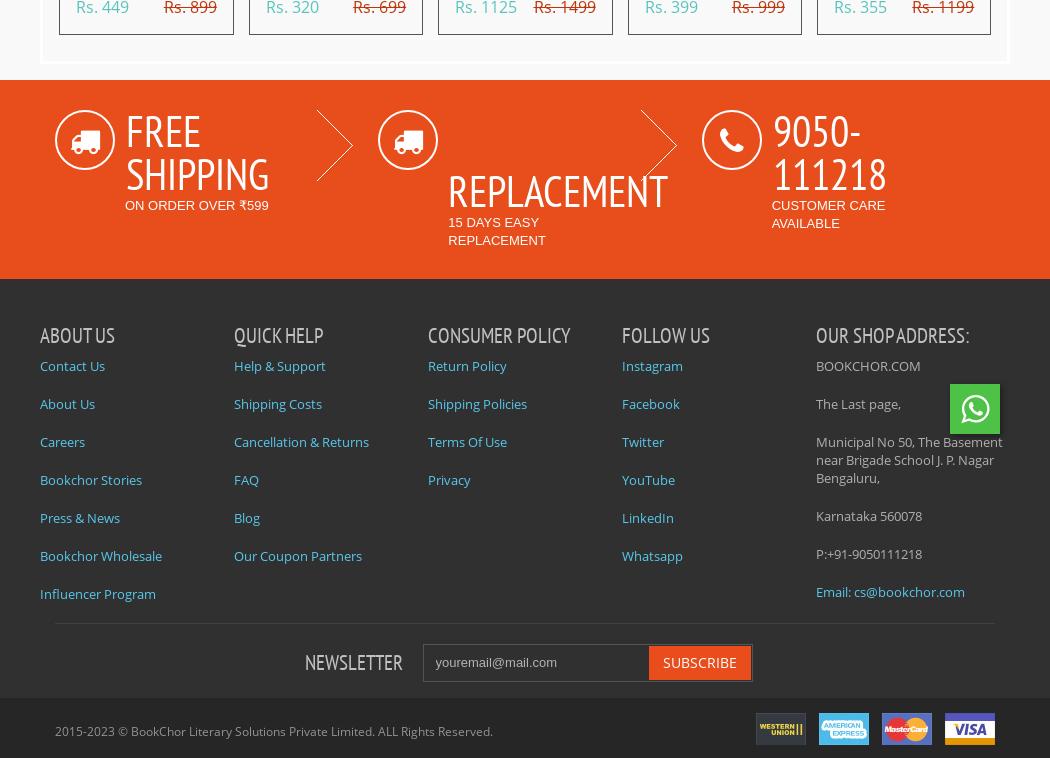  Describe the element at coordinates (495, 230) in the screenshot. I see `'15 days easy replacement'` at that location.